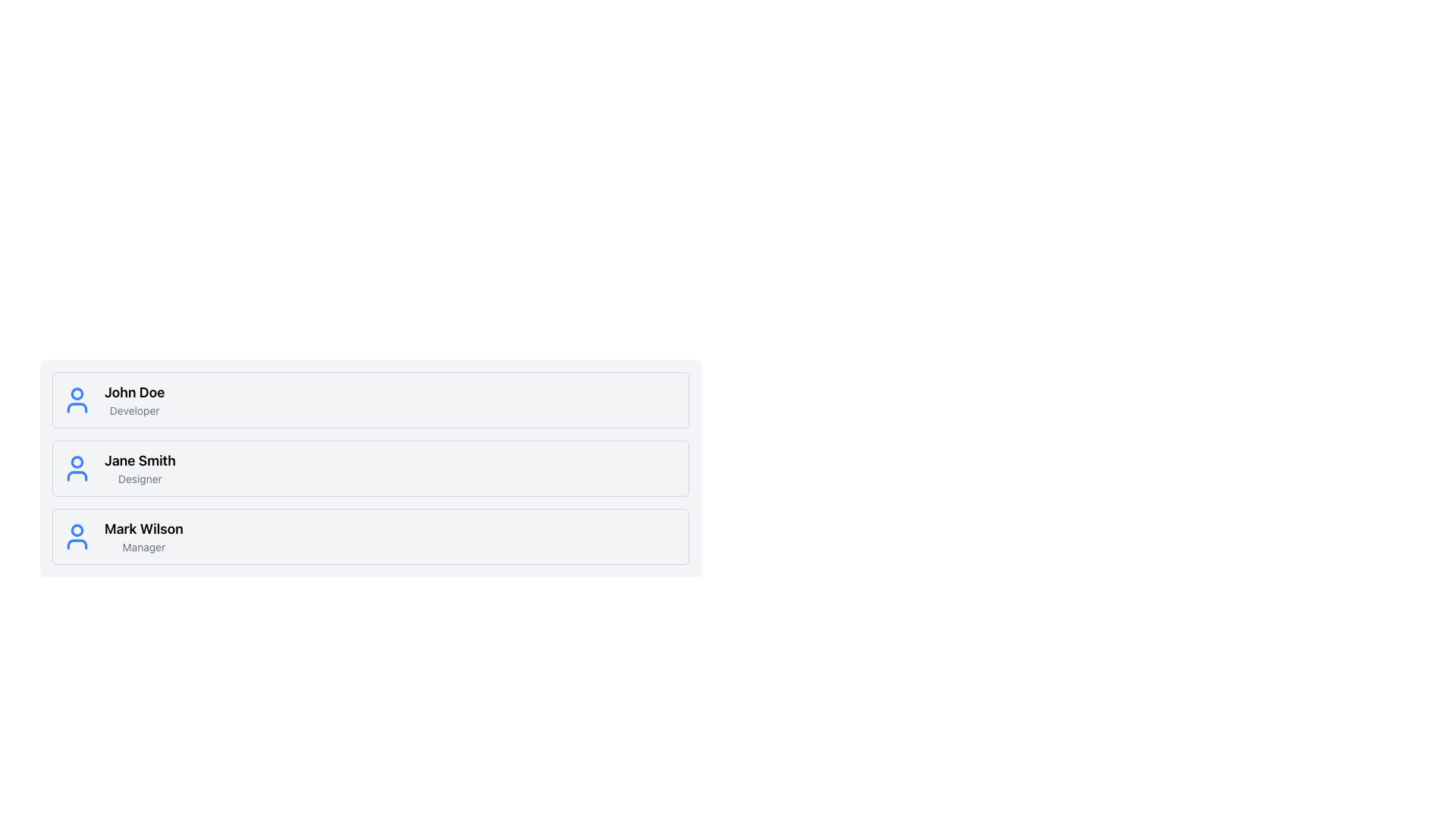 Image resolution: width=1456 pixels, height=819 pixels. What do you see at coordinates (371, 536) in the screenshot?
I see `the user profile entry` at bounding box center [371, 536].